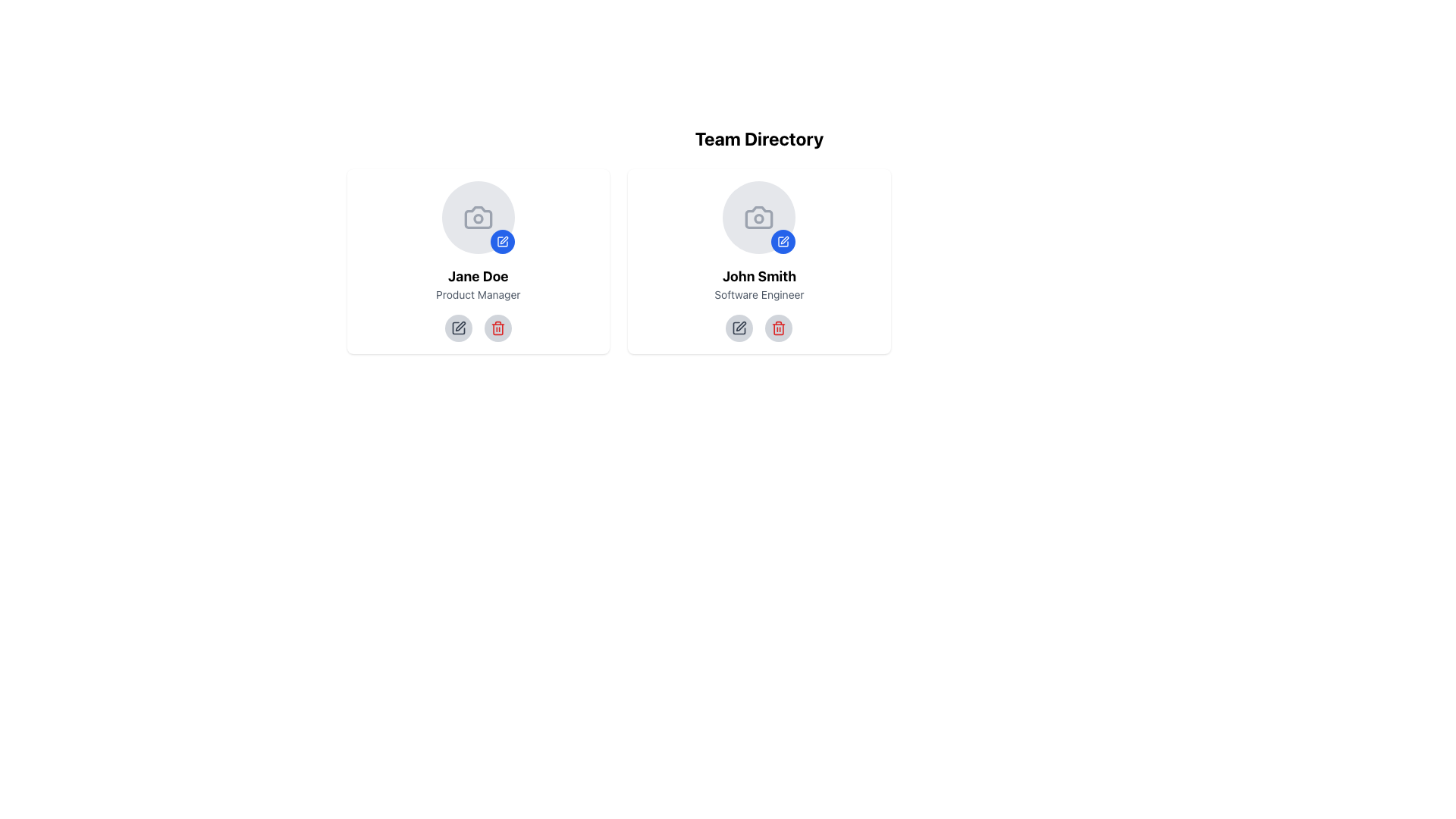 The width and height of the screenshot is (1456, 819). Describe the element at coordinates (477, 217) in the screenshot. I see `the camera icon within the circular gray button located at the center of the left user's profile card beneath the title 'Jane Doe'` at that location.